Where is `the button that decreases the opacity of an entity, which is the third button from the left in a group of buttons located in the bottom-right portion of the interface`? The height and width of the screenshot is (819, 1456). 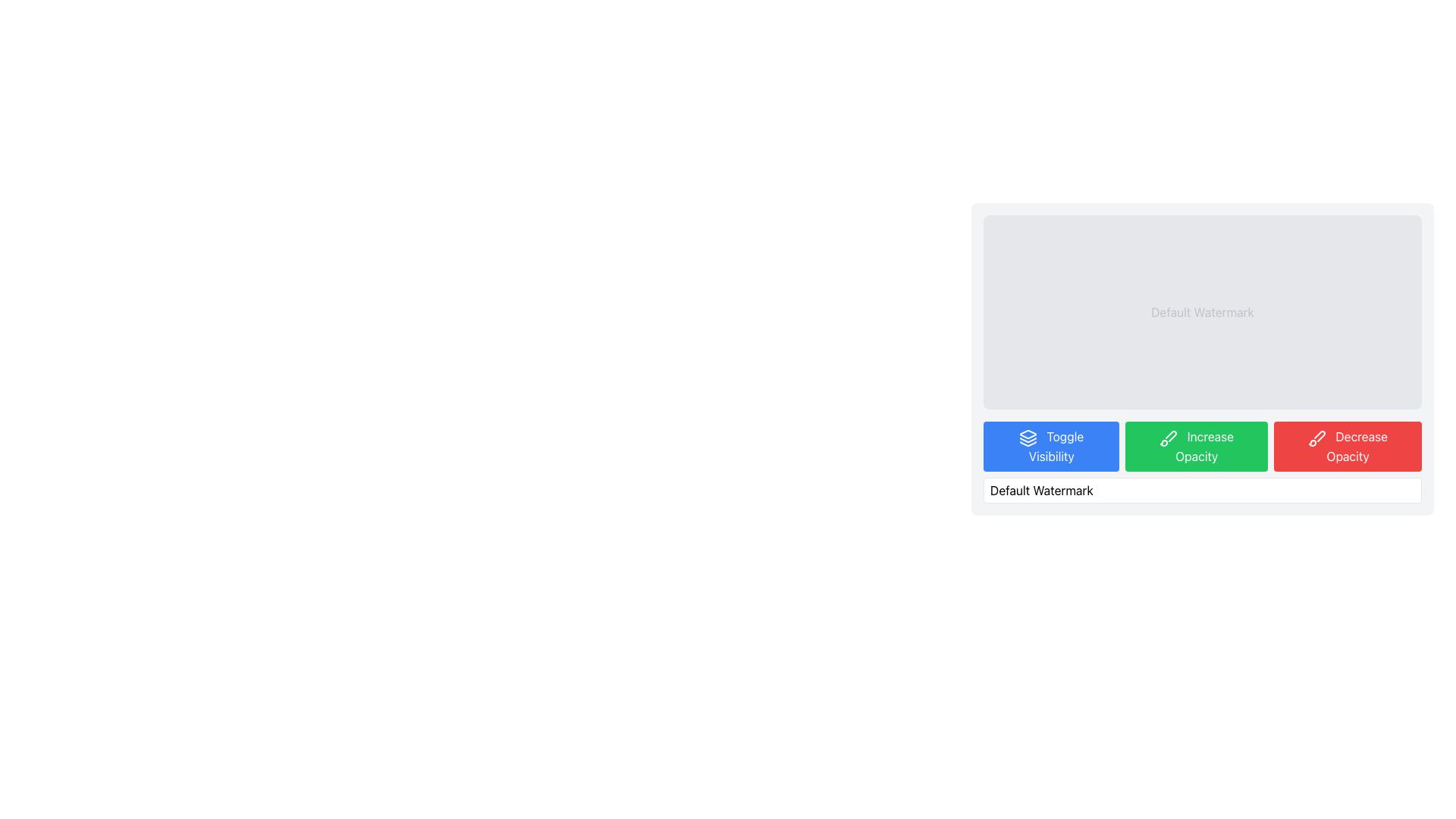
the button that decreases the opacity of an entity, which is the third button from the left in a group of buttons located in the bottom-right portion of the interface is located at coordinates (1348, 445).